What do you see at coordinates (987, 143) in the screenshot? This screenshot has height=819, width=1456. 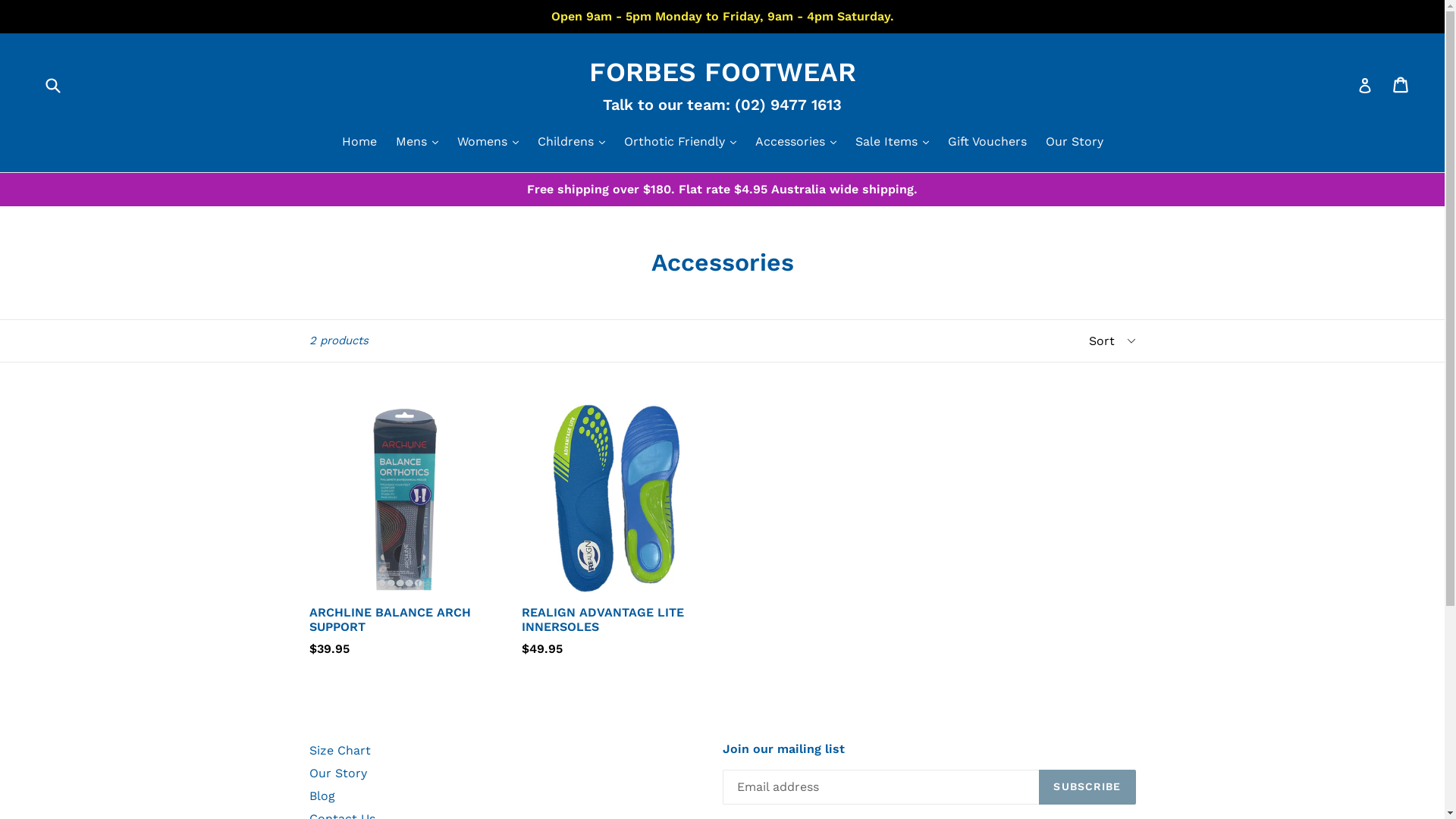 I see `'Gift Vouchers'` at bounding box center [987, 143].